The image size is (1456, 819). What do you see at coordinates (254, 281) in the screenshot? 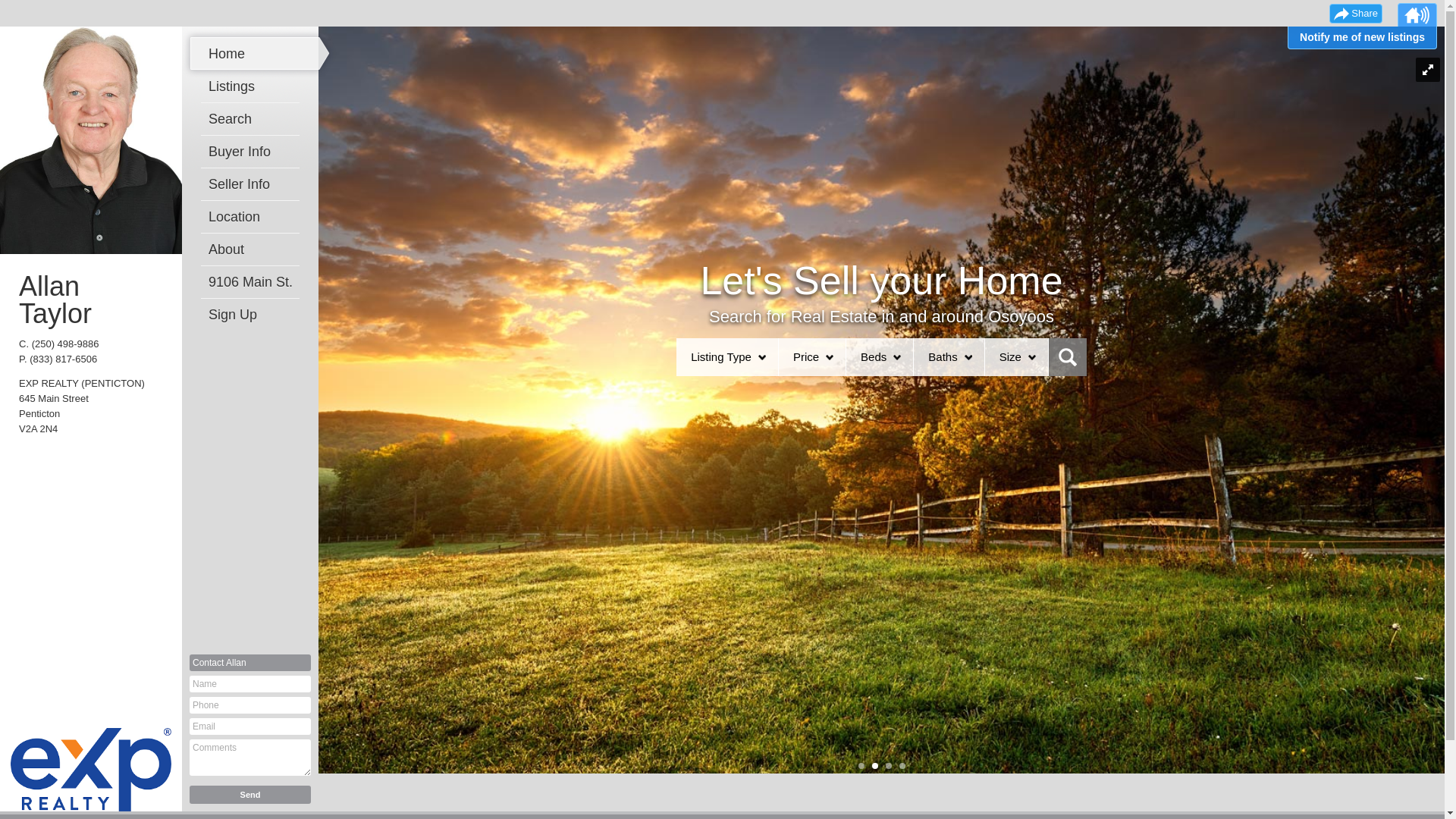
I see `'9106 Main St.'` at bounding box center [254, 281].